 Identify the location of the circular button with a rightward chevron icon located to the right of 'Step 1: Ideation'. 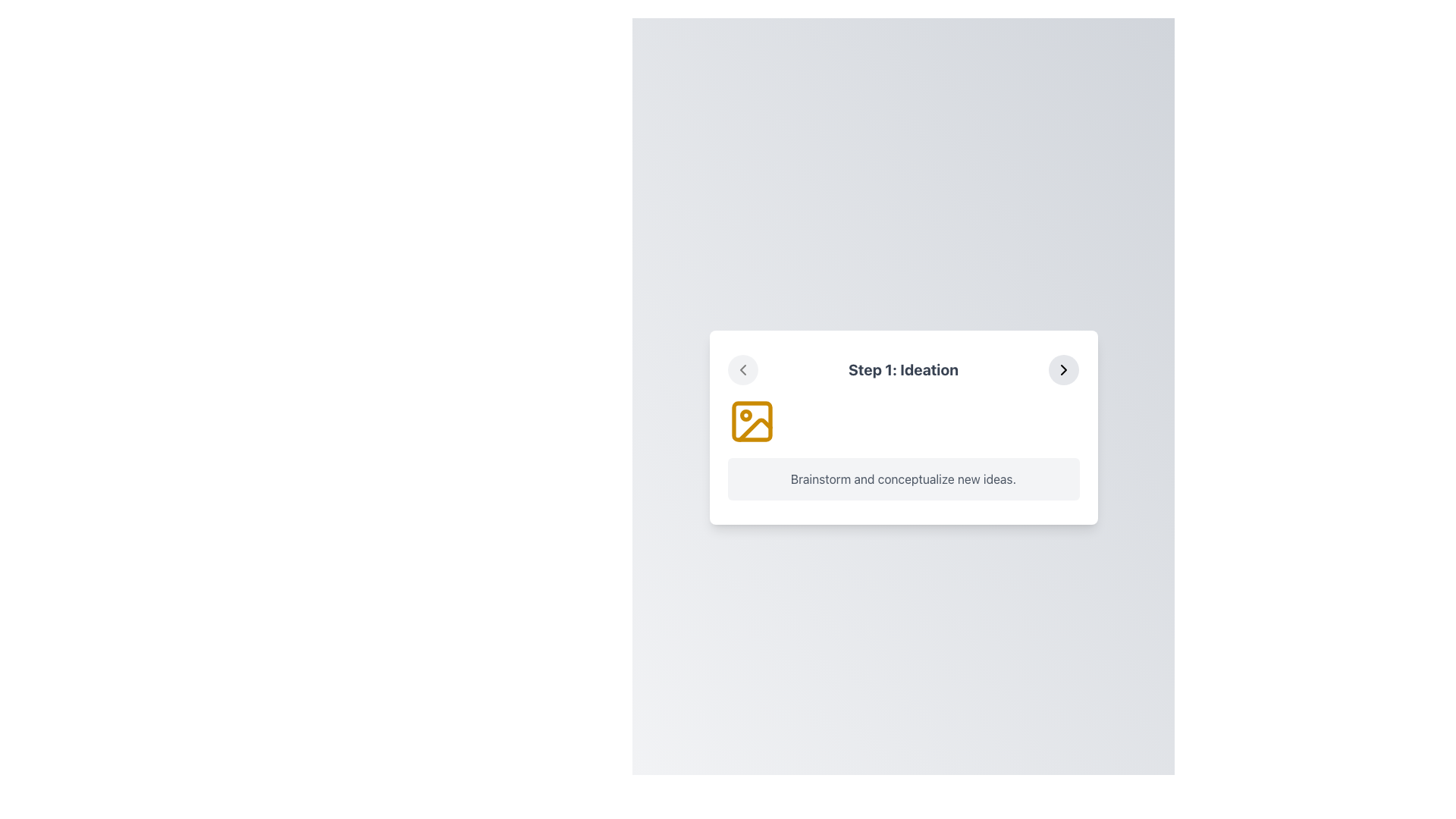
(1062, 370).